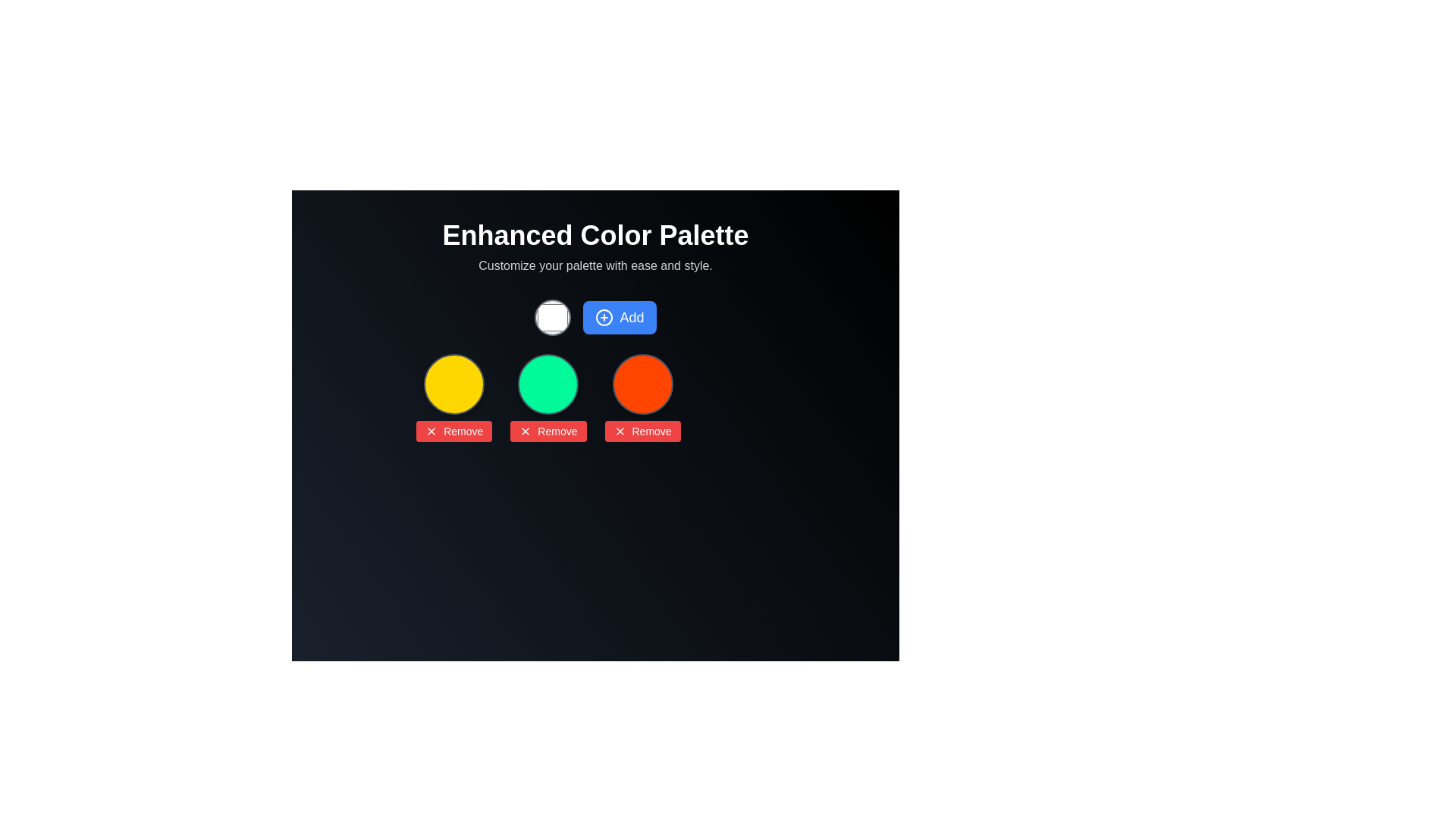  What do you see at coordinates (526, 431) in the screenshot?
I see `the icon within the leftmost 'Remove' button located directly beneath the yellow circle` at bounding box center [526, 431].